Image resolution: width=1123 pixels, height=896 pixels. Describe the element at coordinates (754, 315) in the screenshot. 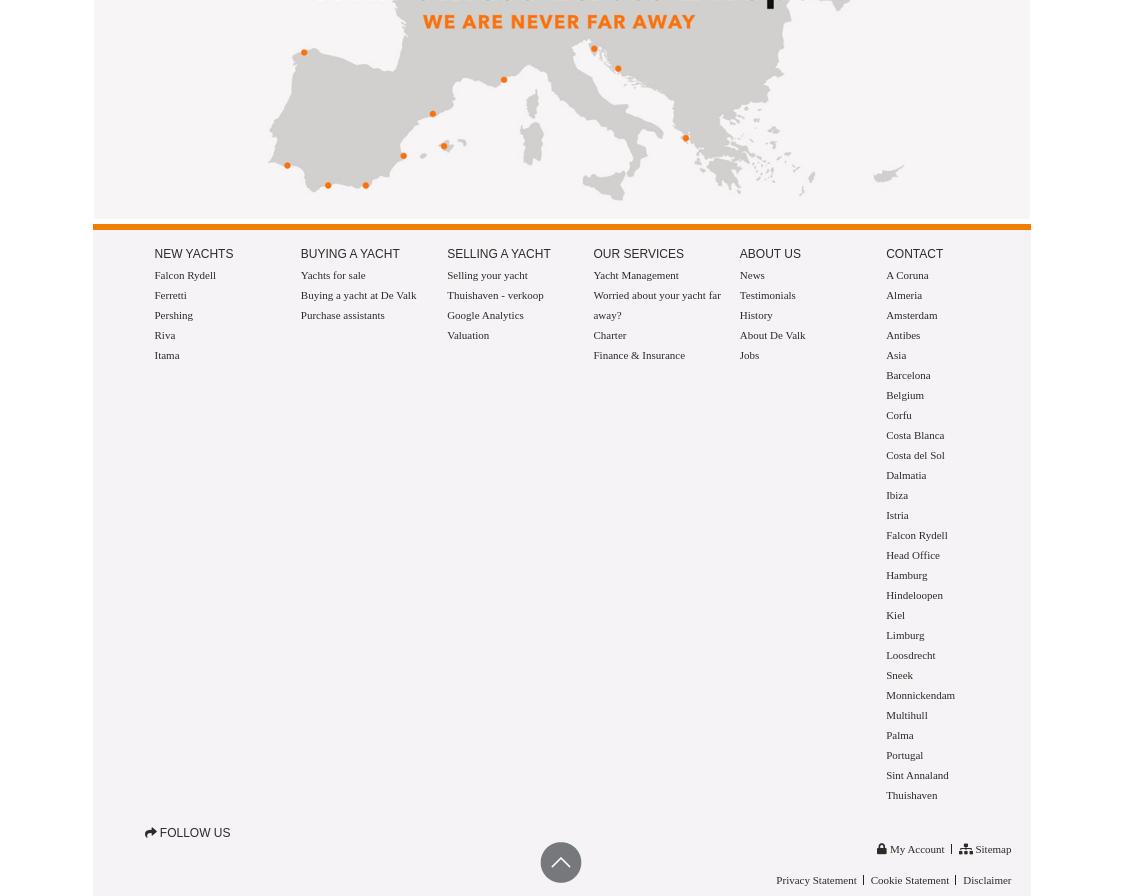

I see `'History'` at that location.